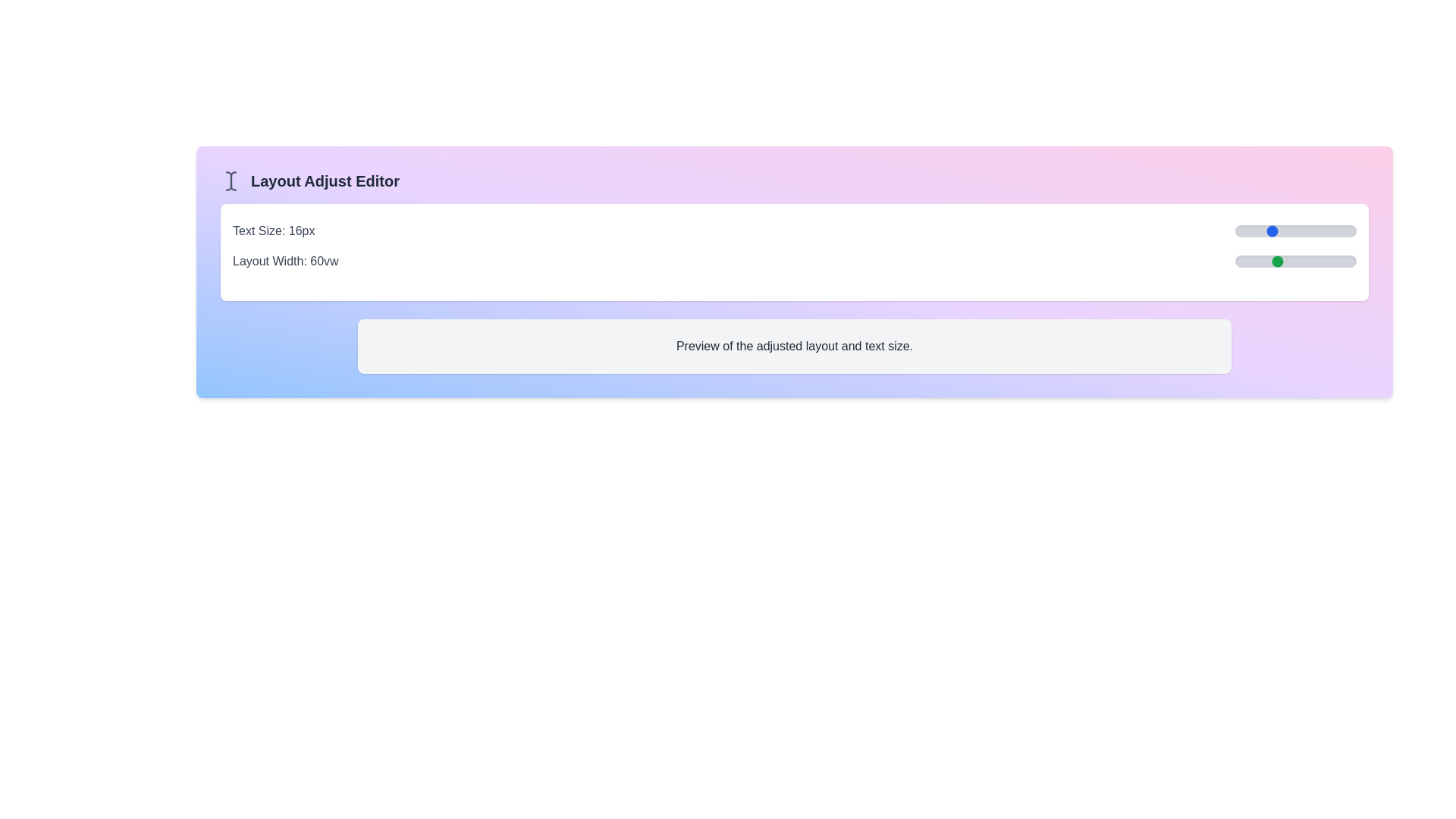  I want to click on the slider, so click(1286, 231).